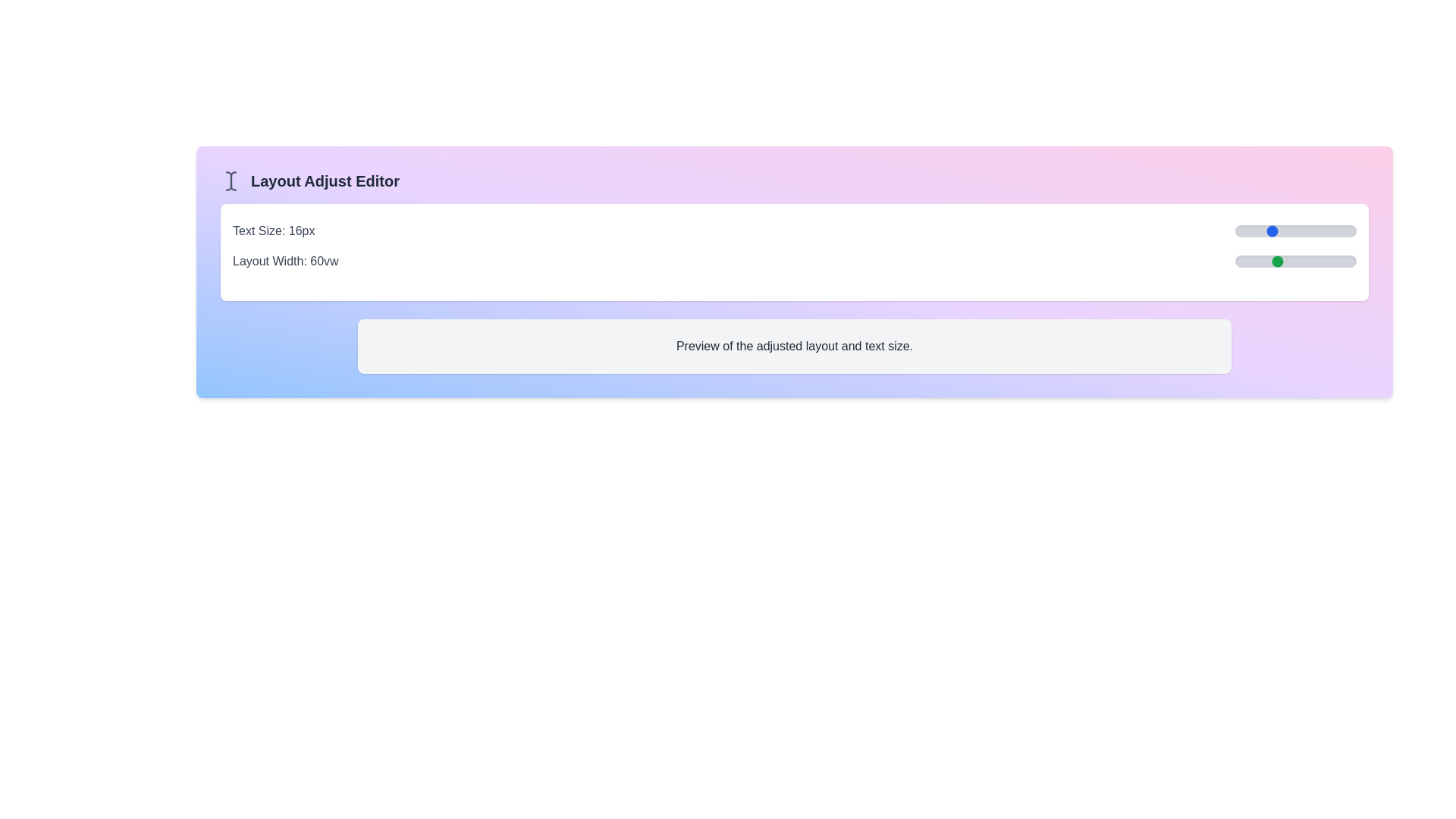  I want to click on the slider, so click(1286, 231).